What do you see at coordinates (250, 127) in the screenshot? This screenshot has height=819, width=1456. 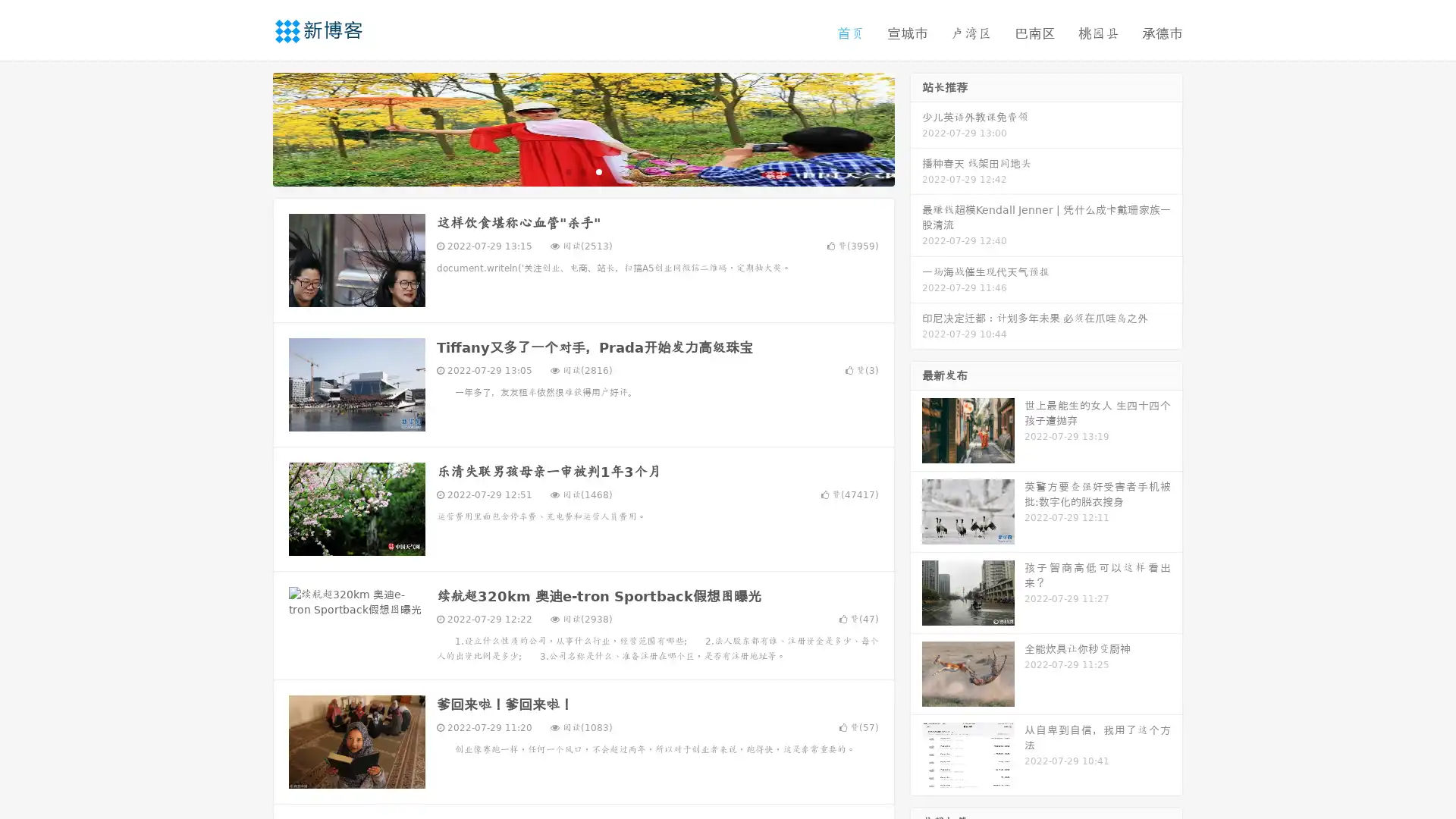 I see `Previous slide` at bounding box center [250, 127].